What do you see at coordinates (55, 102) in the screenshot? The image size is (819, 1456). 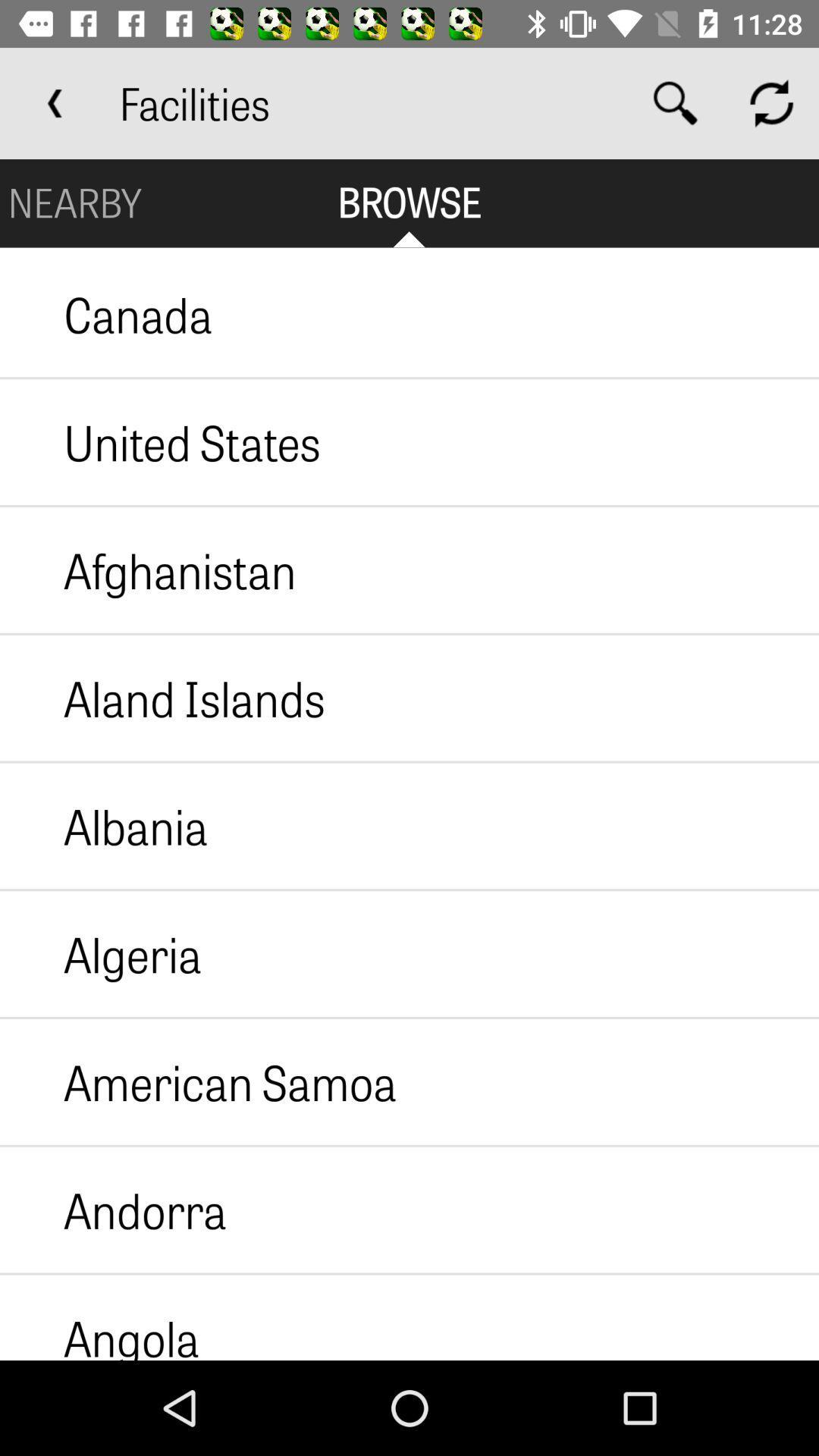 I see `icon next to facilities item` at bounding box center [55, 102].